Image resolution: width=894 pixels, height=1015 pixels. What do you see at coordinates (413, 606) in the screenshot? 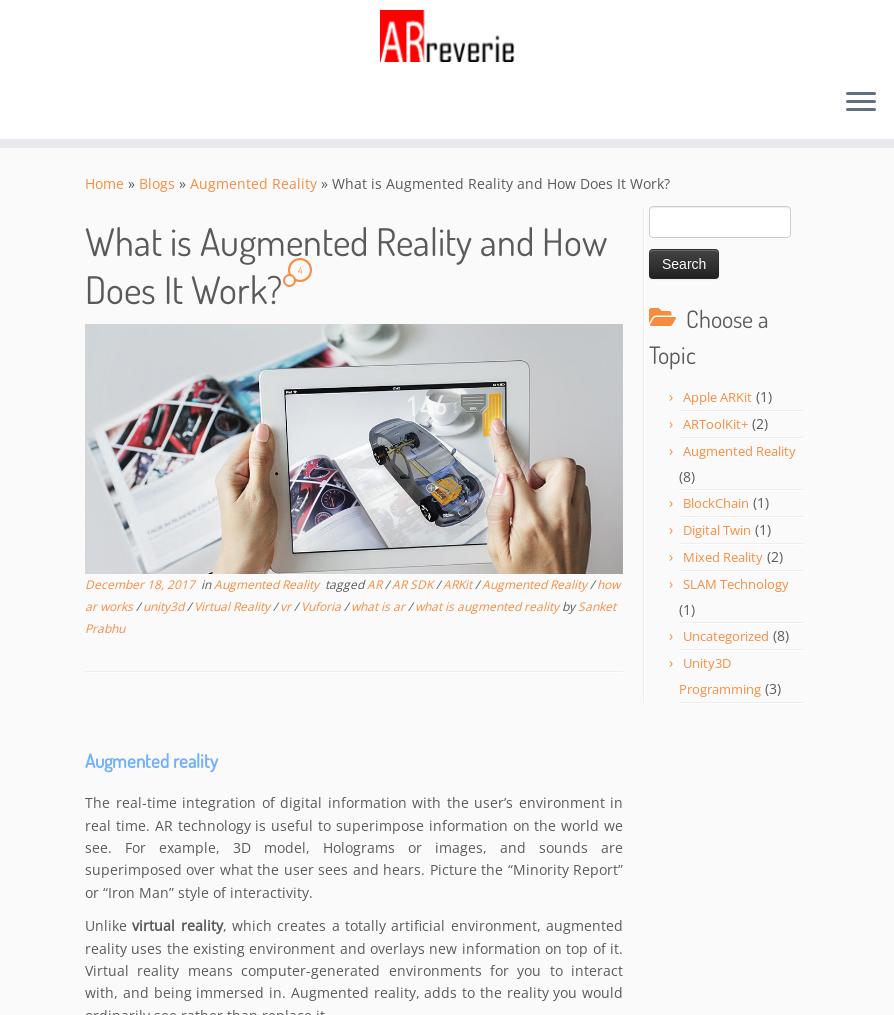
I see `'what is augmented reality'` at bounding box center [413, 606].